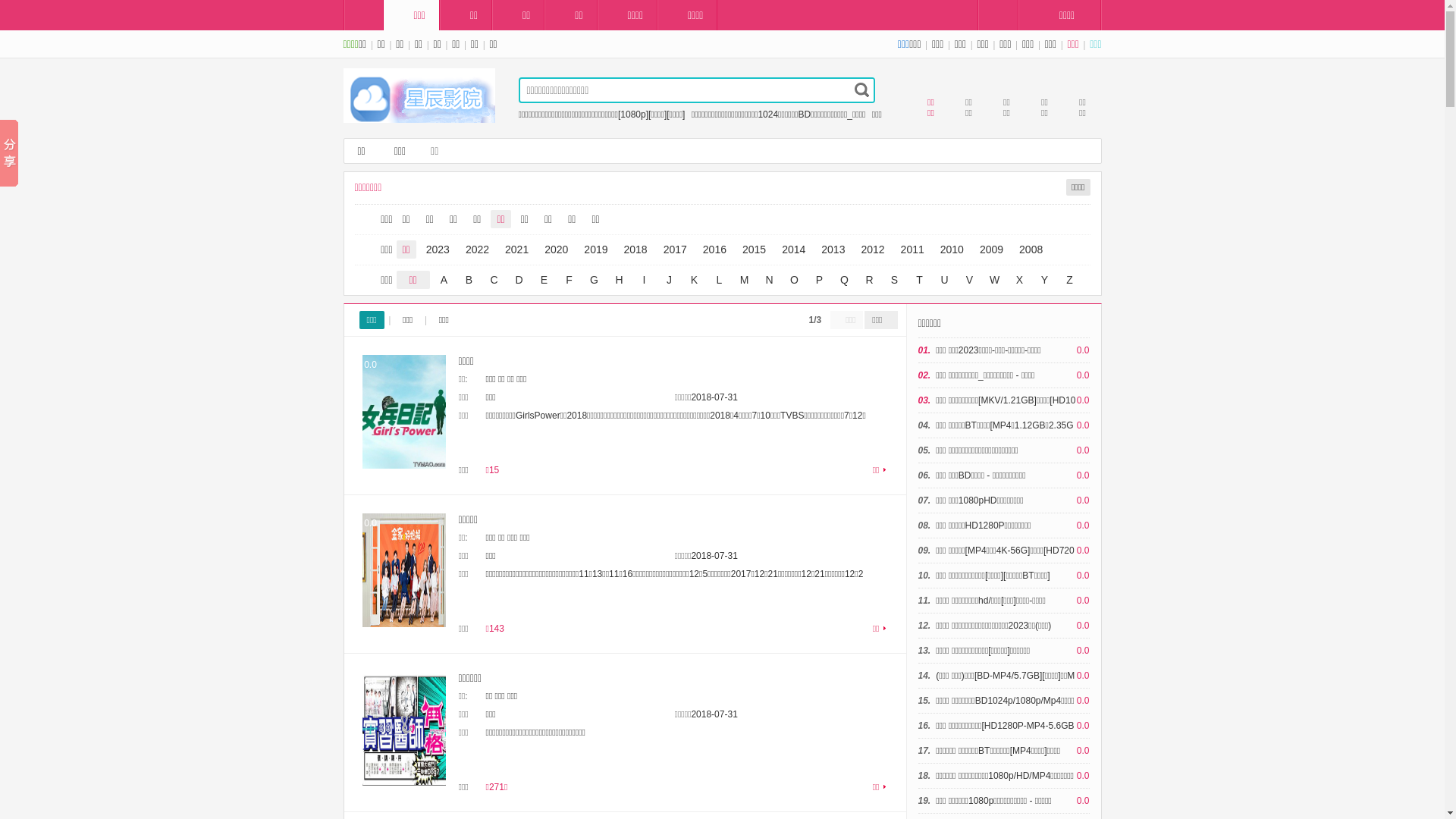 This screenshot has height=819, width=1456. Describe the element at coordinates (644, 280) in the screenshot. I see `'I'` at that location.